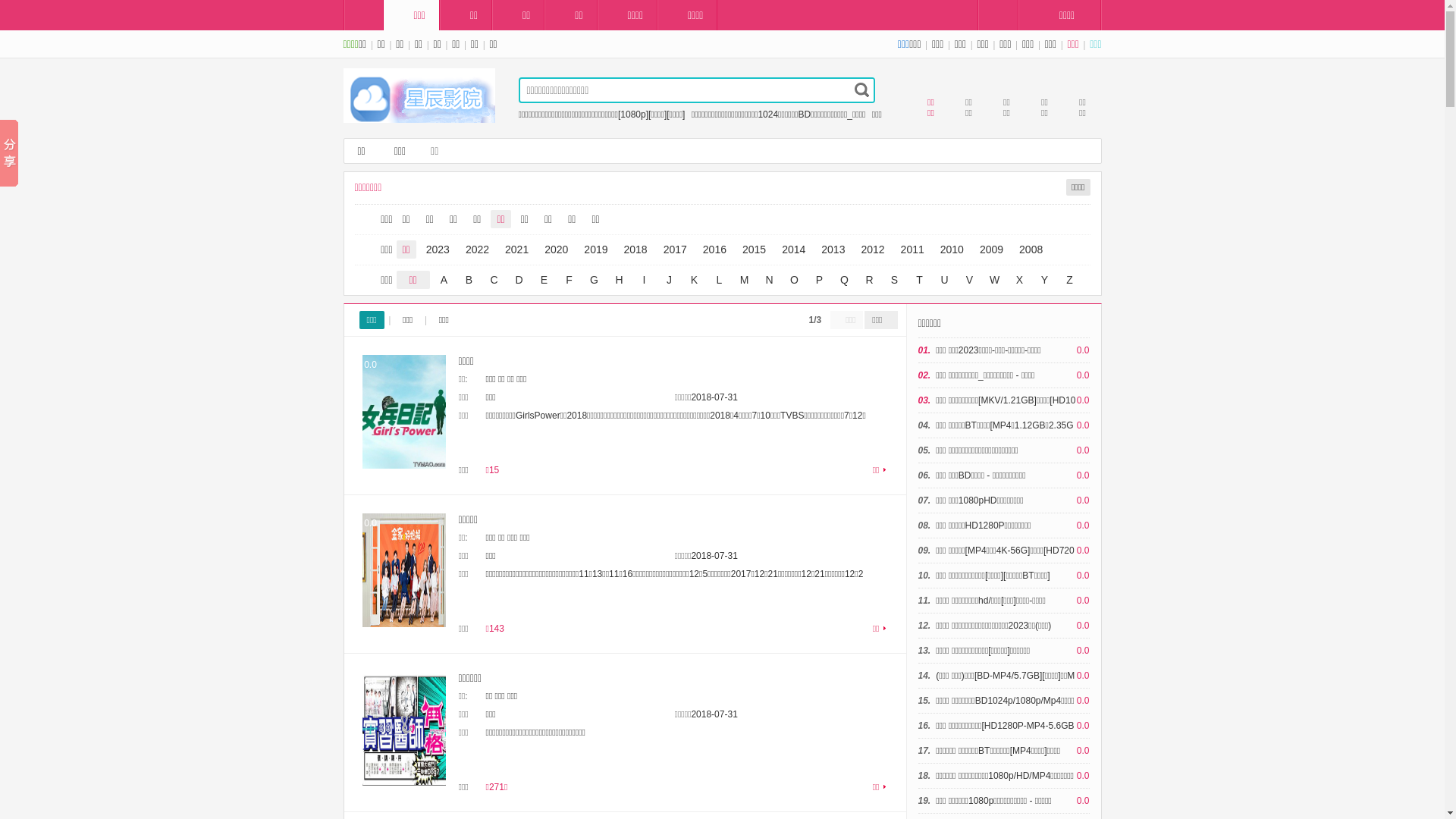 This screenshot has height=819, width=1456. Describe the element at coordinates (644, 280) in the screenshot. I see `'I'` at that location.